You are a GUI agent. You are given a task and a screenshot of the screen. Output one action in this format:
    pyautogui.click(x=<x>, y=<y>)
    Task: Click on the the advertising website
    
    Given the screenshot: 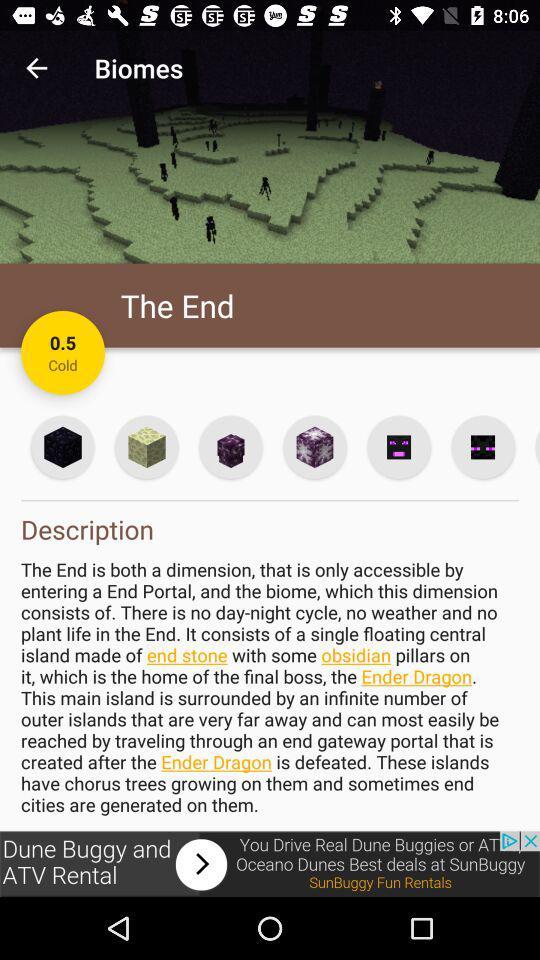 What is the action you would take?
    pyautogui.click(x=270, y=863)
    